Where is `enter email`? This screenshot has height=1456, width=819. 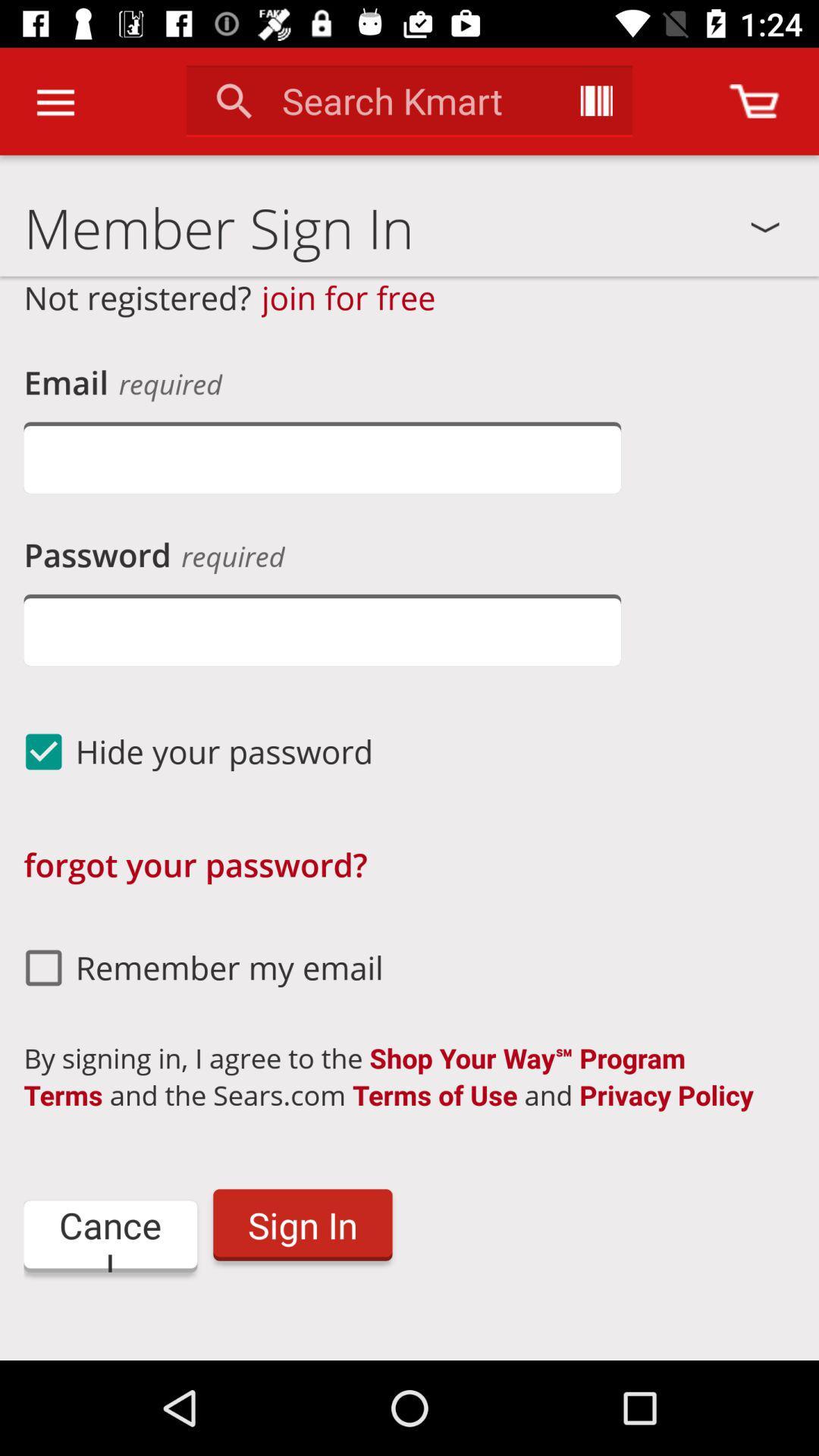 enter email is located at coordinates (322, 457).